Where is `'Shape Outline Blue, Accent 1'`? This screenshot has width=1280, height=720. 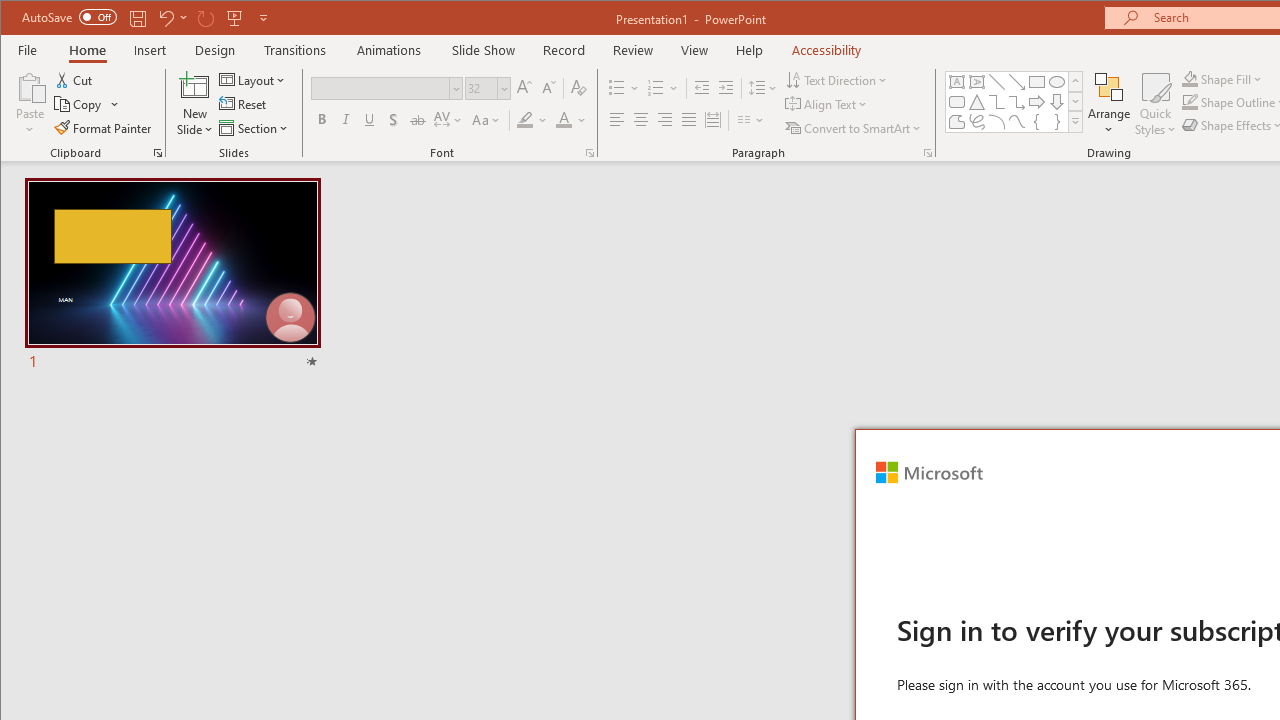 'Shape Outline Blue, Accent 1' is located at coordinates (1189, 102).